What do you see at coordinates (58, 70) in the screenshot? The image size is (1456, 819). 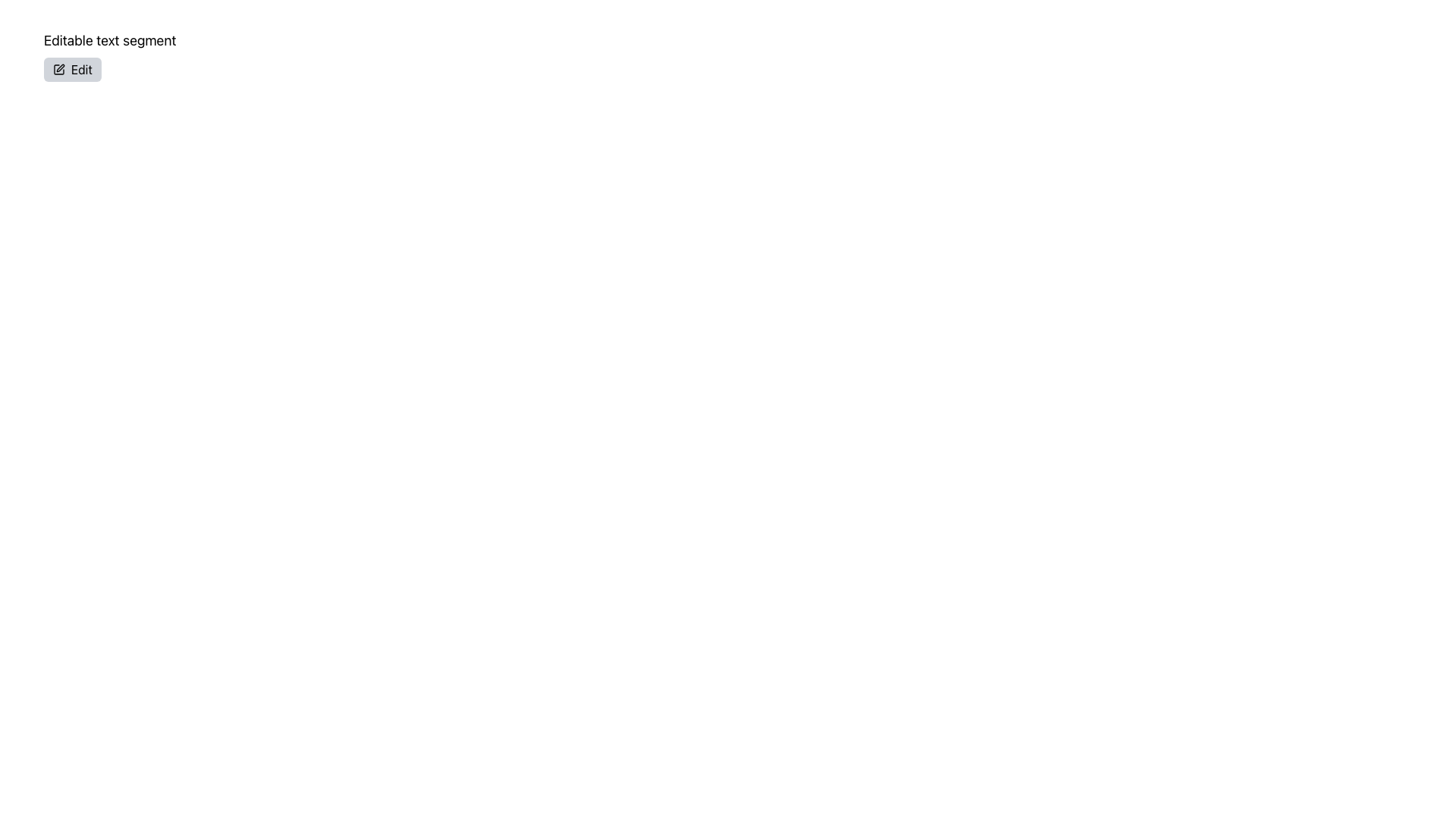 I see `the edit icon located at the start of the 'Edit' button, which is positioned below the 'Editable text segment'` at bounding box center [58, 70].